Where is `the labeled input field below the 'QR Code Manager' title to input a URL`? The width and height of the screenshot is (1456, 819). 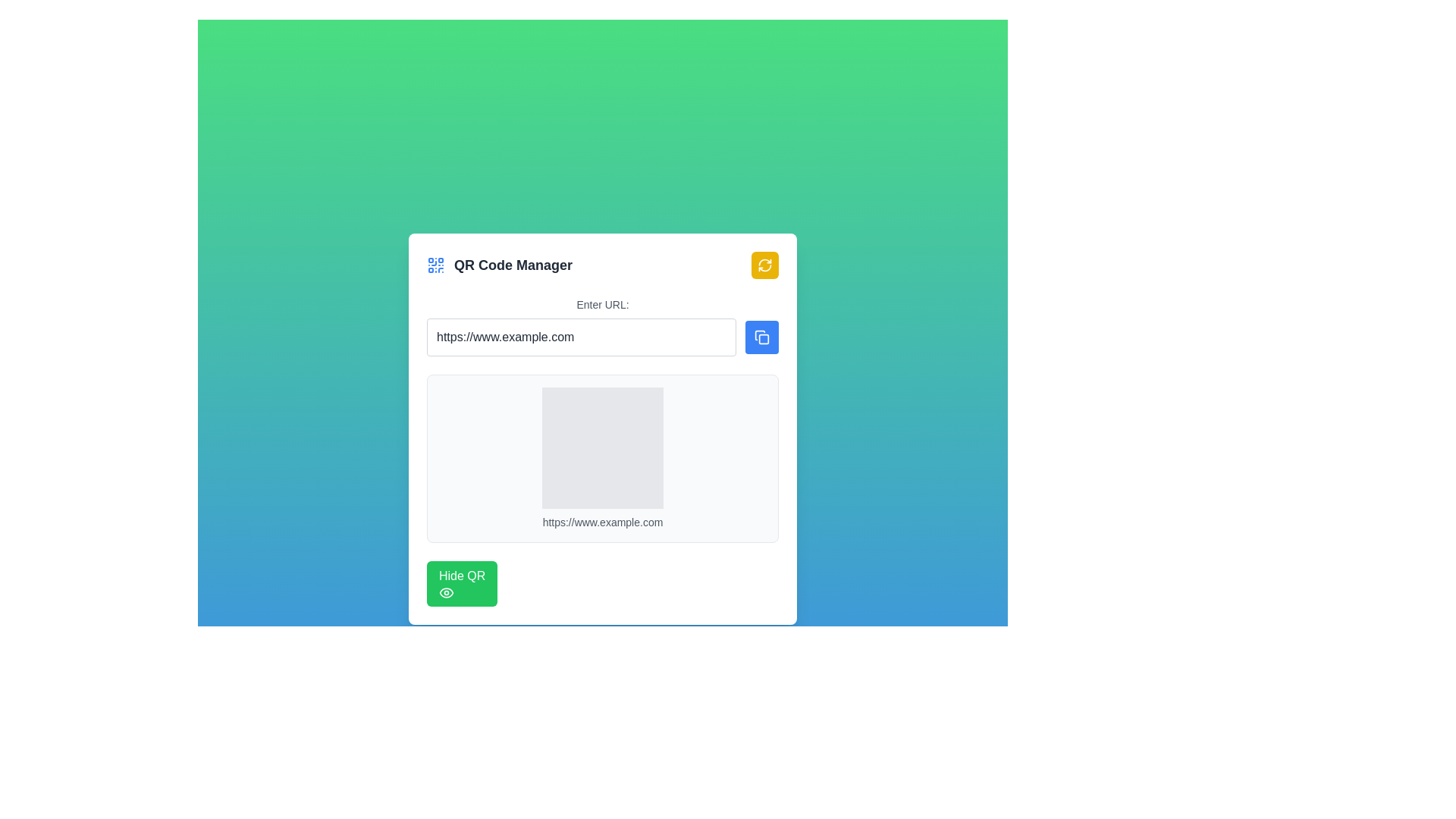
the labeled input field below the 'QR Code Manager' title to input a URL is located at coordinates (602, 326).